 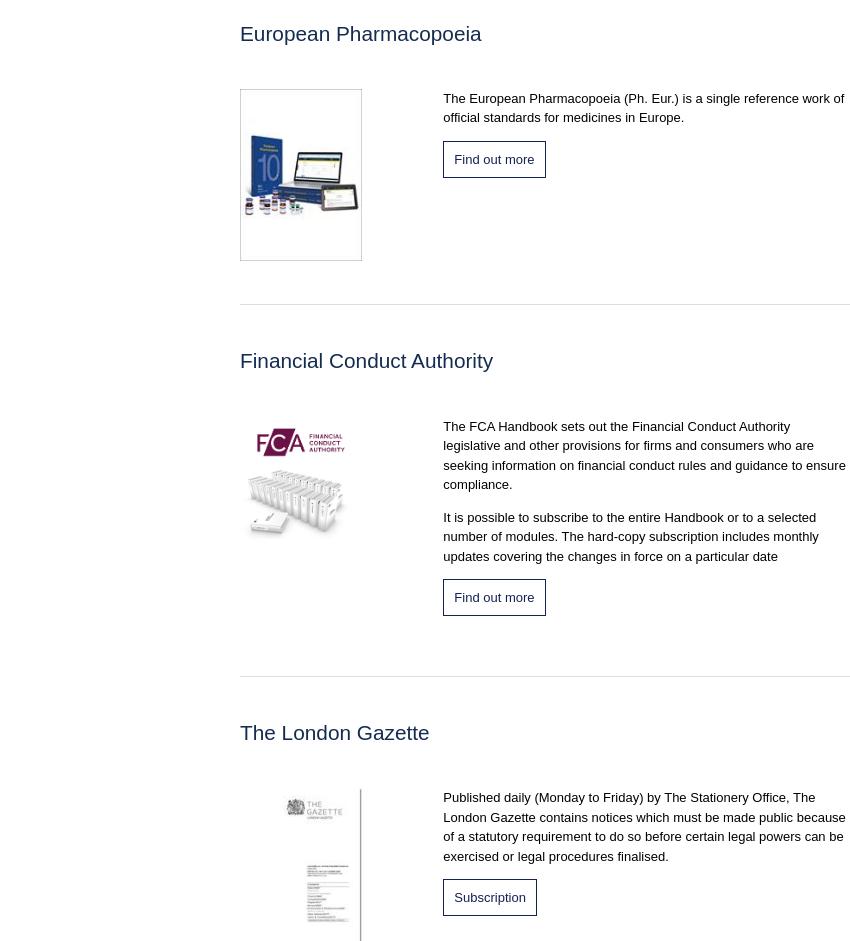 What do you see at coordinates (494, 157) in the screenshot?
I see `'Find out
					 more'` at bounding box center [494, 157].